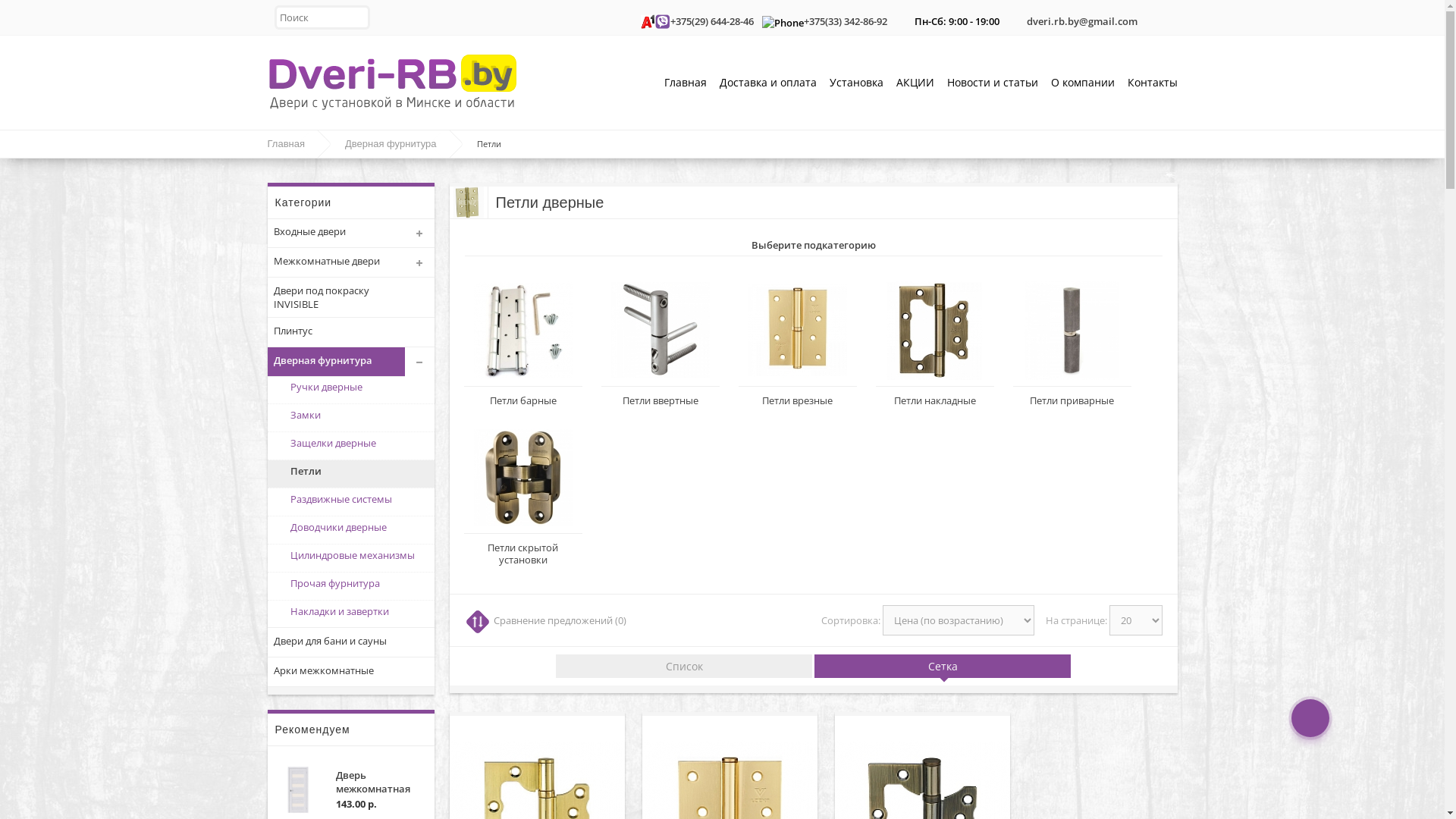  What do you see at coordinates (1081, 20) in the screenshot?
I see `'dveri.rb.by@gmail.com'` at bounding box center [1081, 20].